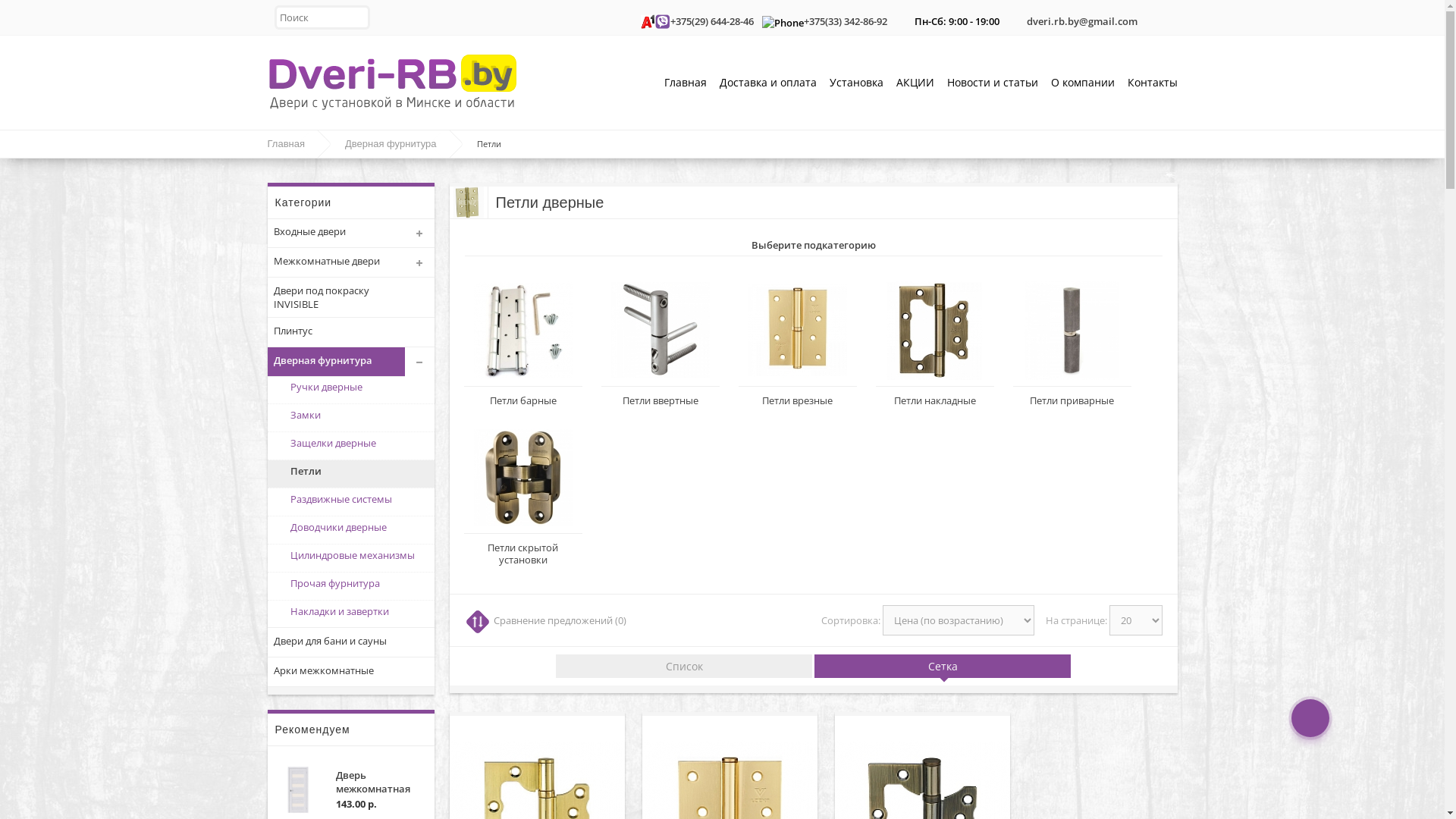  What do you see at coordinates (1081, 20) in the screenshot?
I see `'dveri.rb.by@gmail.com'` at bounding box center [1081, 20].